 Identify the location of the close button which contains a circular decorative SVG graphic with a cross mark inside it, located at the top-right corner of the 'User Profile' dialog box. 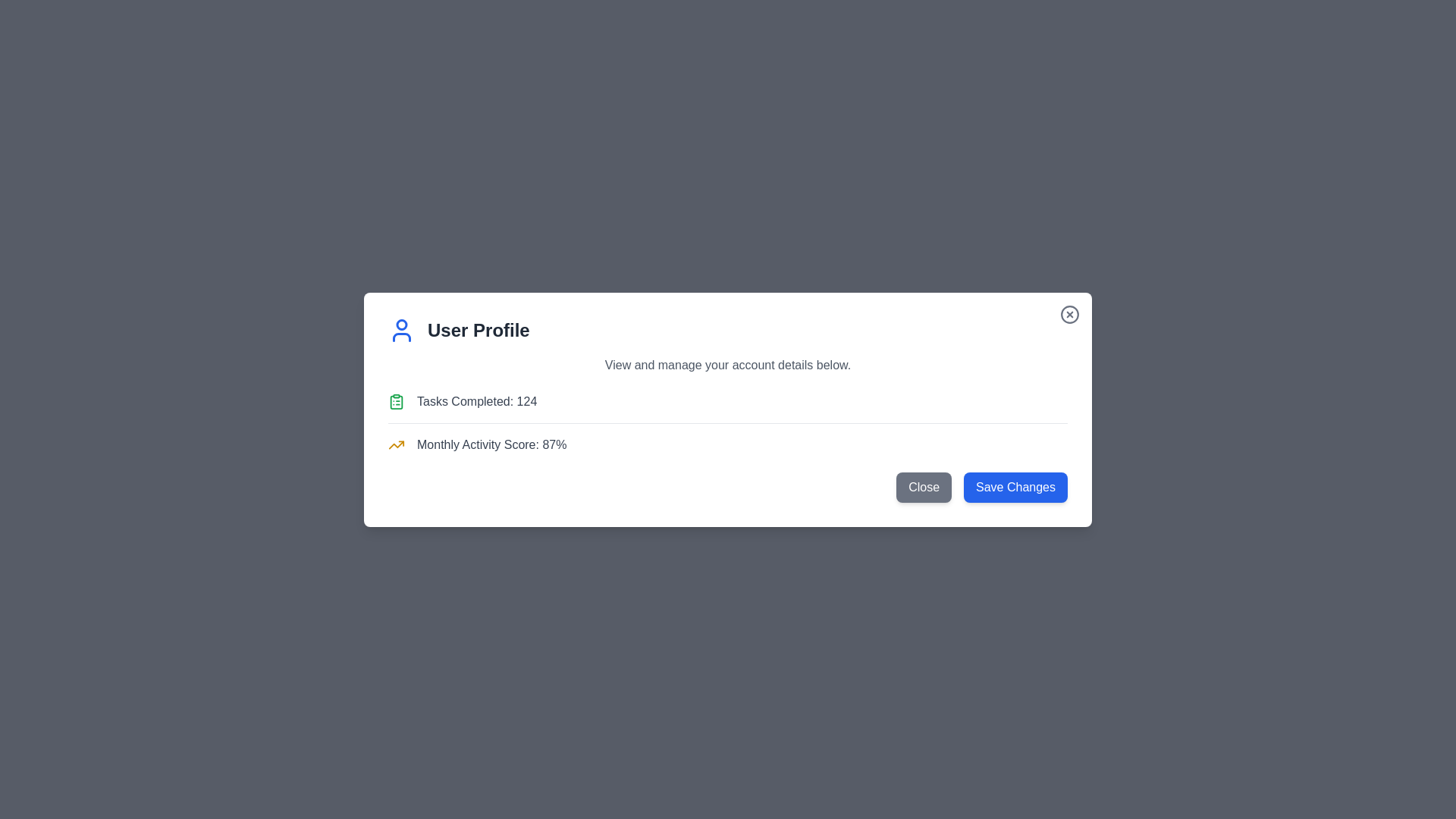
(1069, 313).